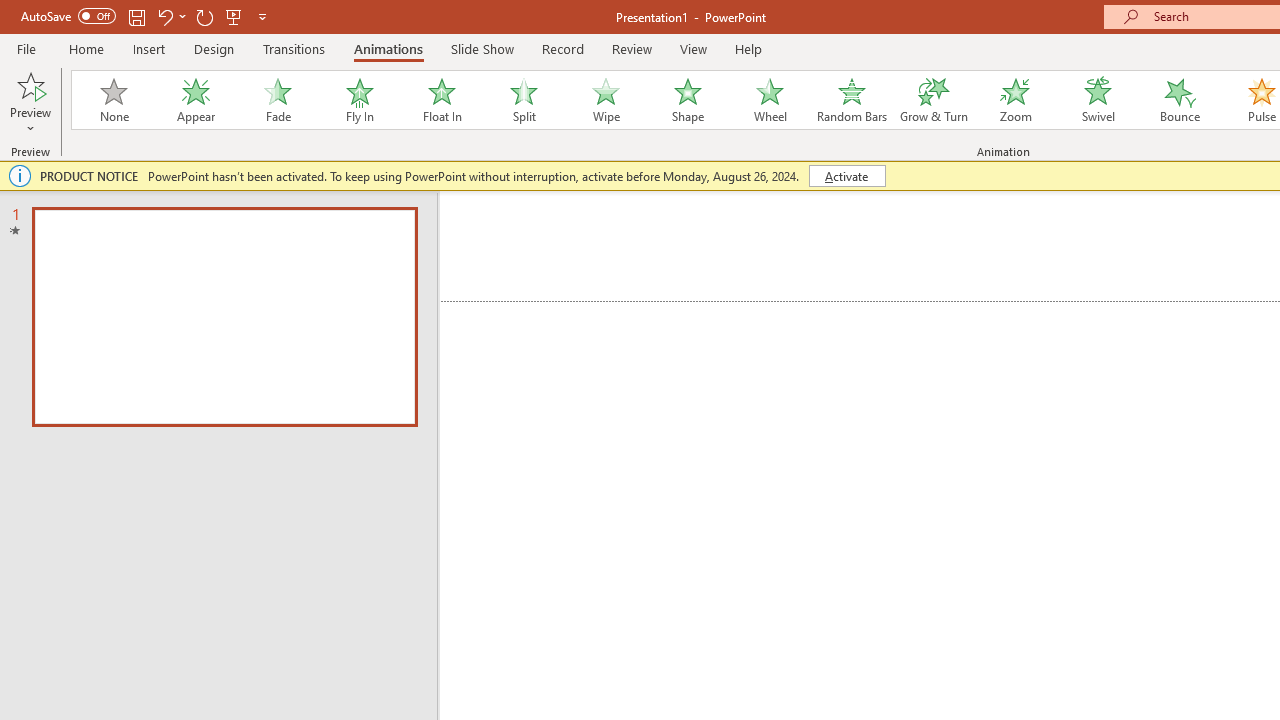 The width and height of the screenshot is (1280, 720). What do you see at coordinates (523, 100) in the screenshot?
I see `'Split'` at bounding box center [523, 100].